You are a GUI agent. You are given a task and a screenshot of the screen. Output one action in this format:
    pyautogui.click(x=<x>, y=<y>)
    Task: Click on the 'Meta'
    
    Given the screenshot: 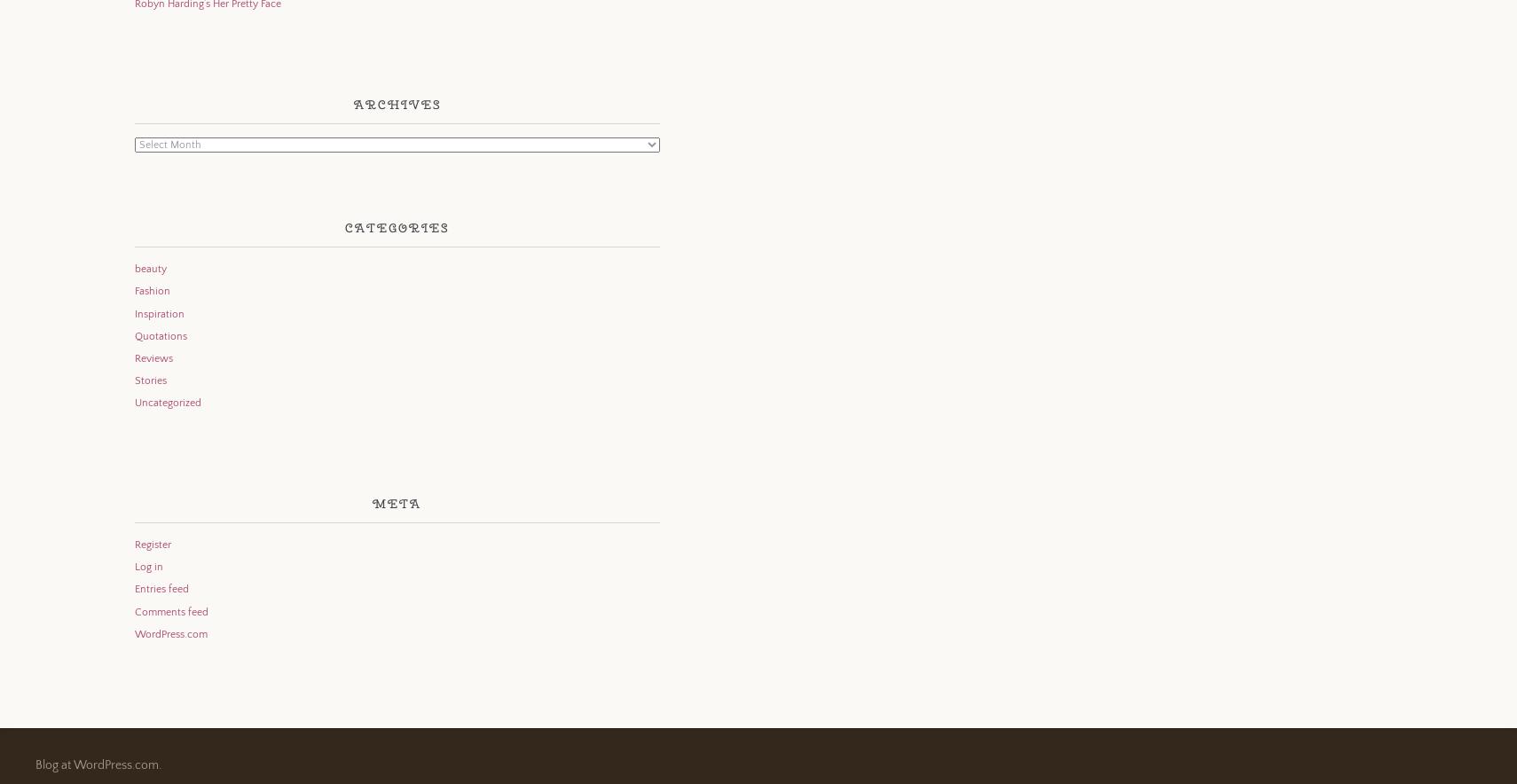 What is the action you would take?
    pyautogui.click(x=371, y=501)
    